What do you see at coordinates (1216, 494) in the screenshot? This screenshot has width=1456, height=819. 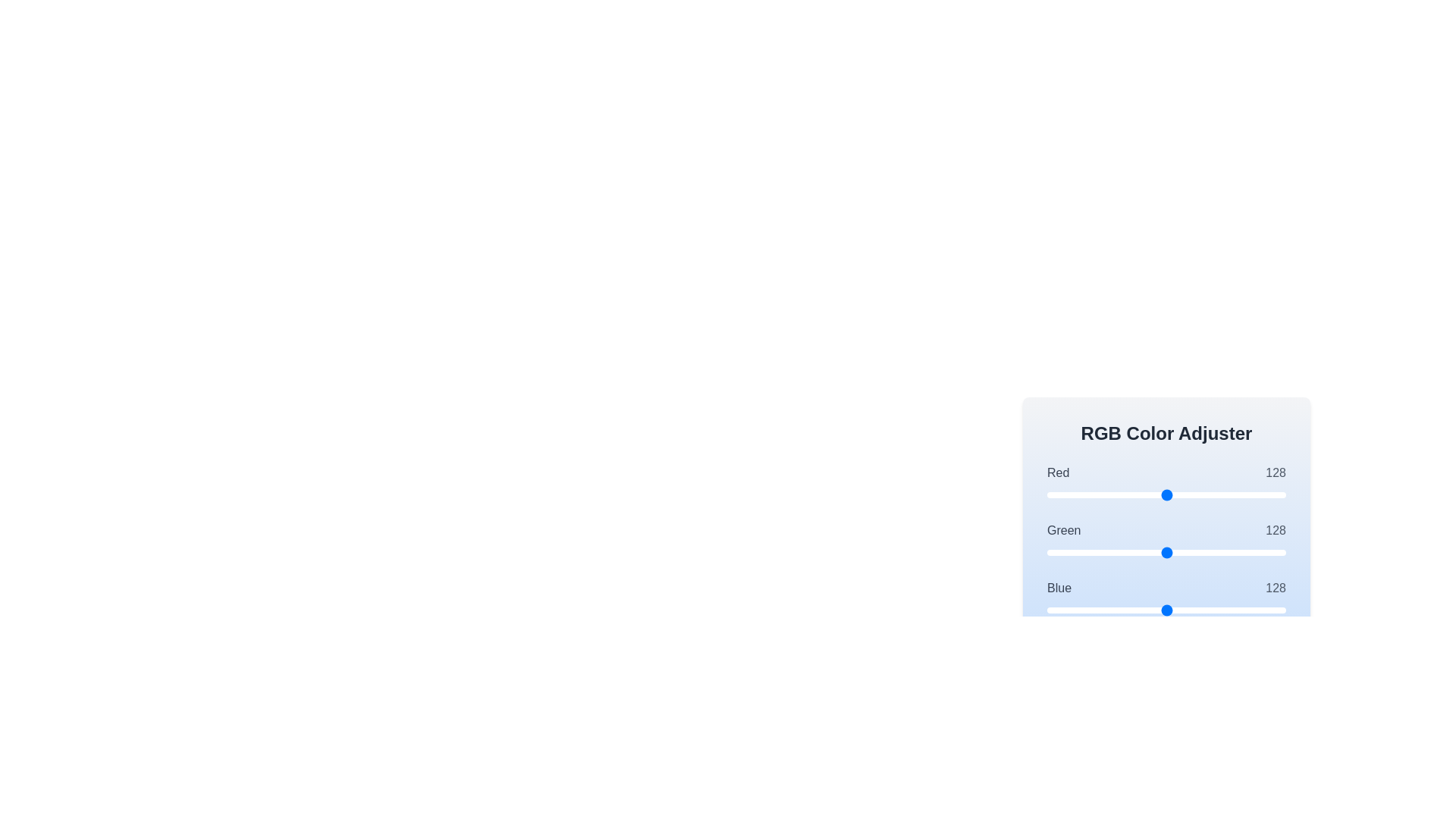 I see `the 0 slider to set its value to 180` at bounding box center [1216, 494].